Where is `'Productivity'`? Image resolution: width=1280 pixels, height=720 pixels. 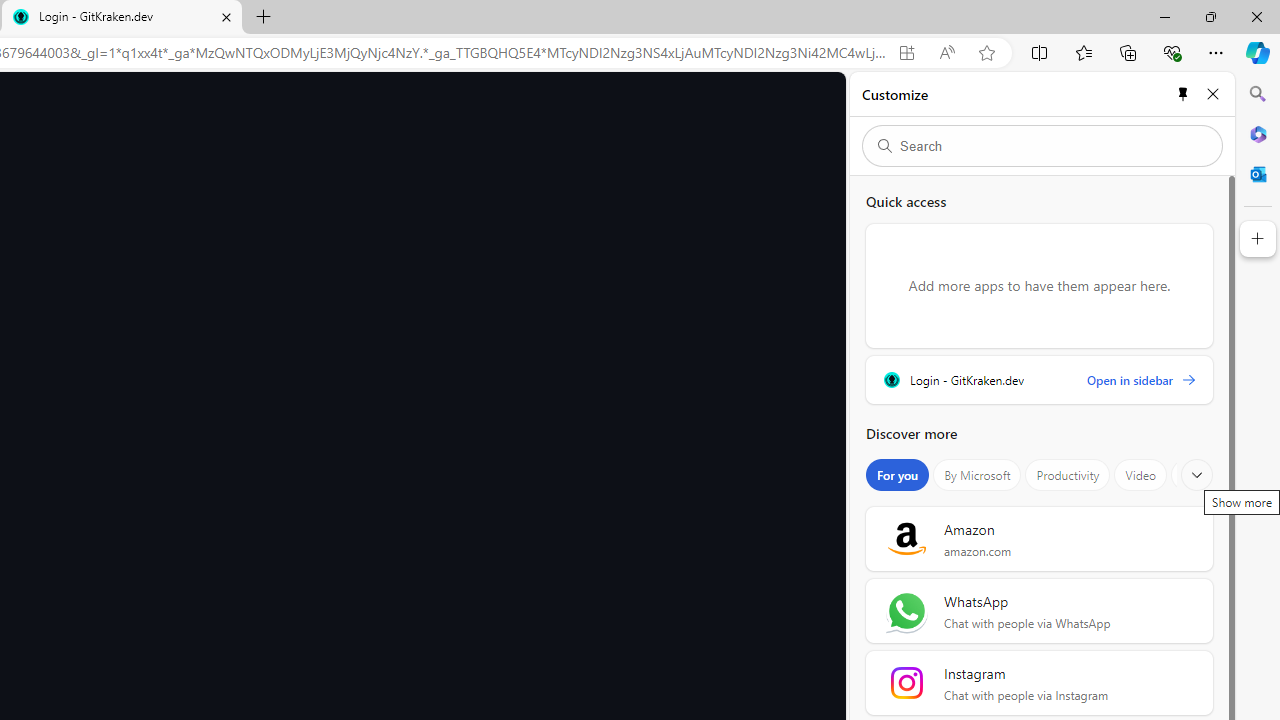 'Productivity' is located at coordinates (1067, 475).